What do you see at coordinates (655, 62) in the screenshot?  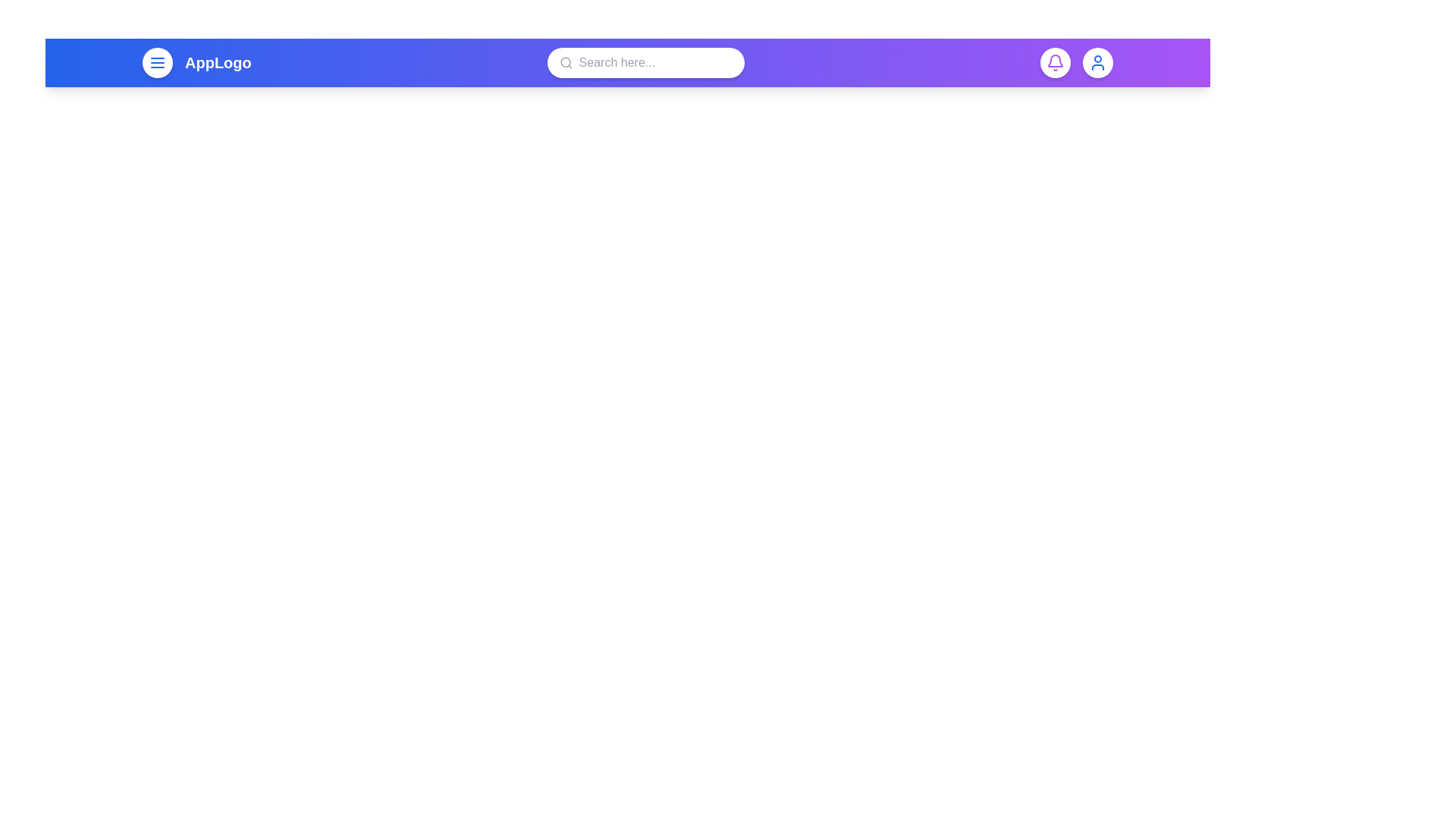 I see `the search bar and type 'example text'` at bounding box center [655, 62].